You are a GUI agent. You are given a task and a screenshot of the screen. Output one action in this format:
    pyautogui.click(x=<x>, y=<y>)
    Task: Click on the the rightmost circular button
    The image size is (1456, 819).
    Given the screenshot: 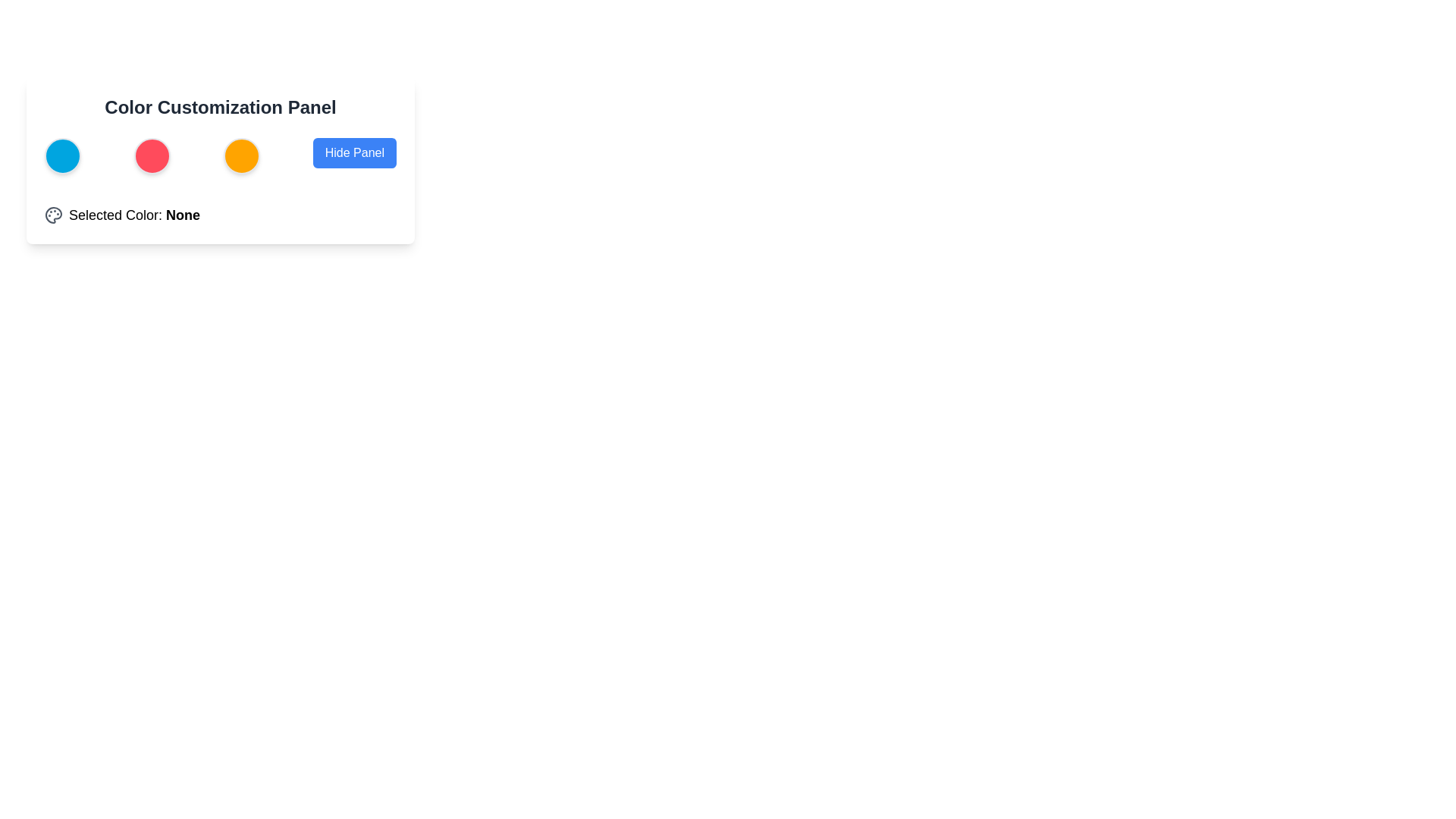 What is the action you would take?
    pyautogui.click(x=240, y=155)
    